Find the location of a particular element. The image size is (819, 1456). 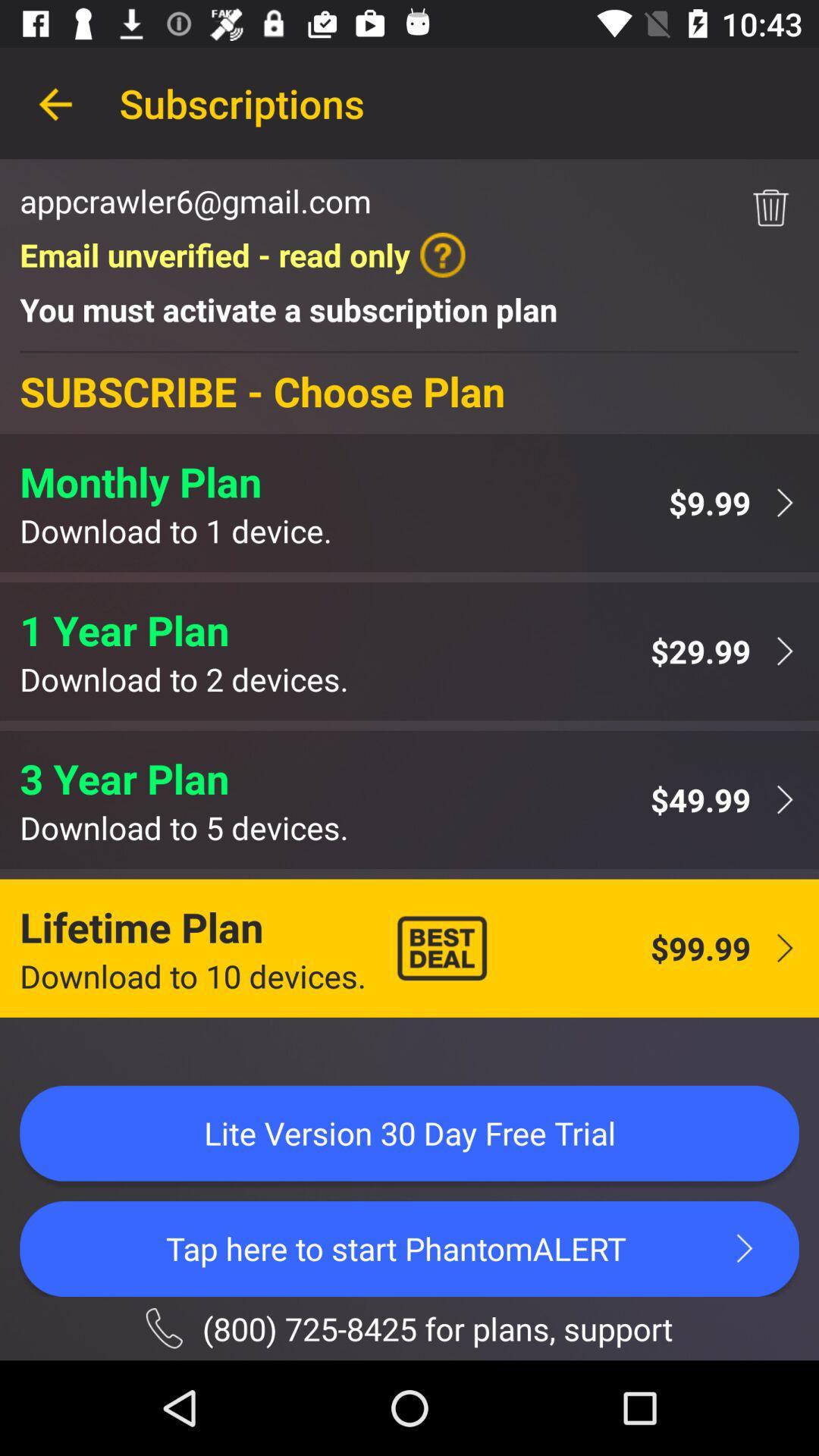

item below the appcrawler6@gmail.com icon is located at coordinates (241, 255).